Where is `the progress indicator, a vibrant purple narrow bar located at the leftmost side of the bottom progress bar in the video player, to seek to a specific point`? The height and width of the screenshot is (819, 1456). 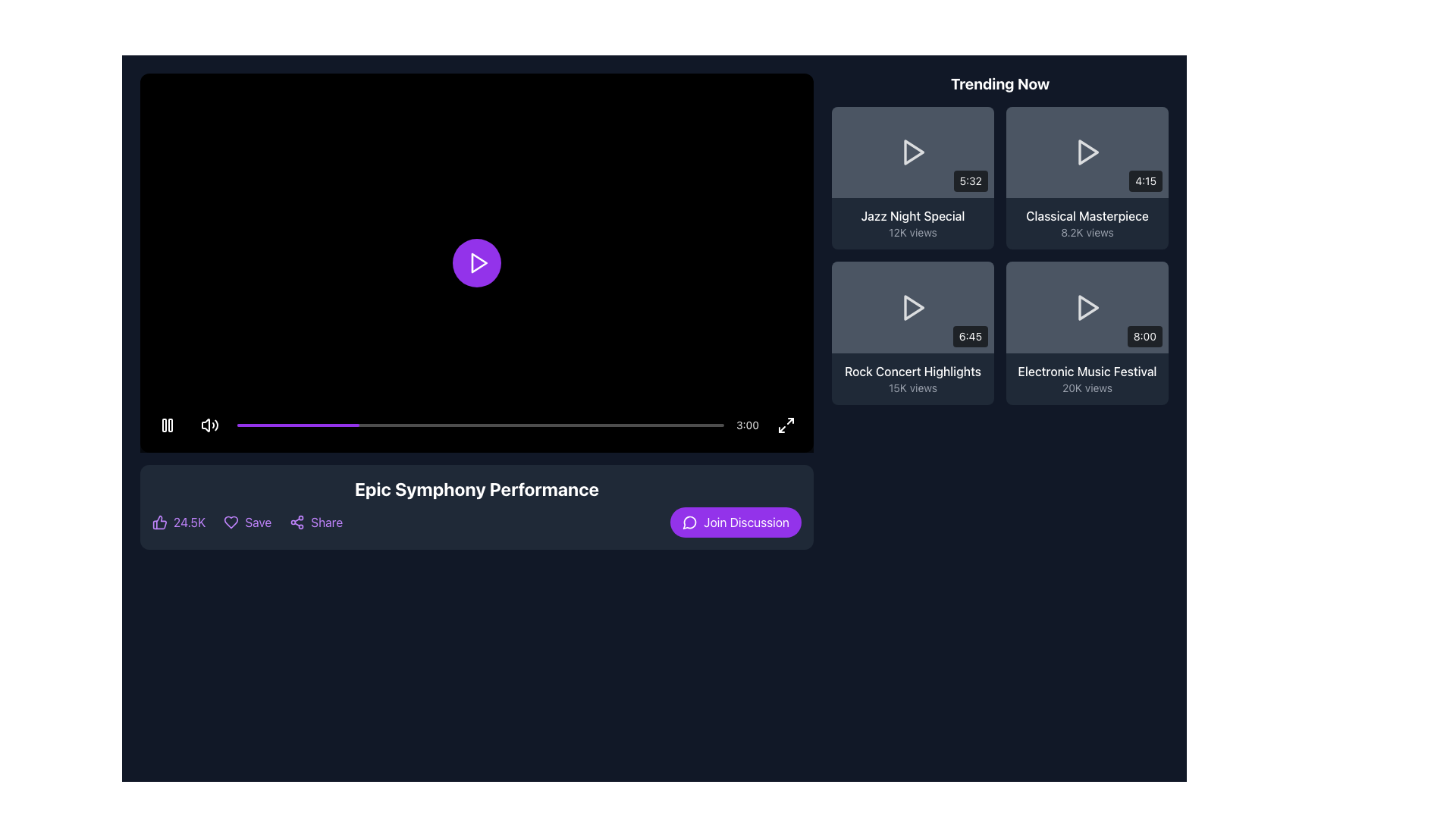 the progress indicator, a vibrant purple narrow bar located at the leftmost side of the bottom progress bar in the video player, to seek to a specific point is located at coordinates (298, 425).